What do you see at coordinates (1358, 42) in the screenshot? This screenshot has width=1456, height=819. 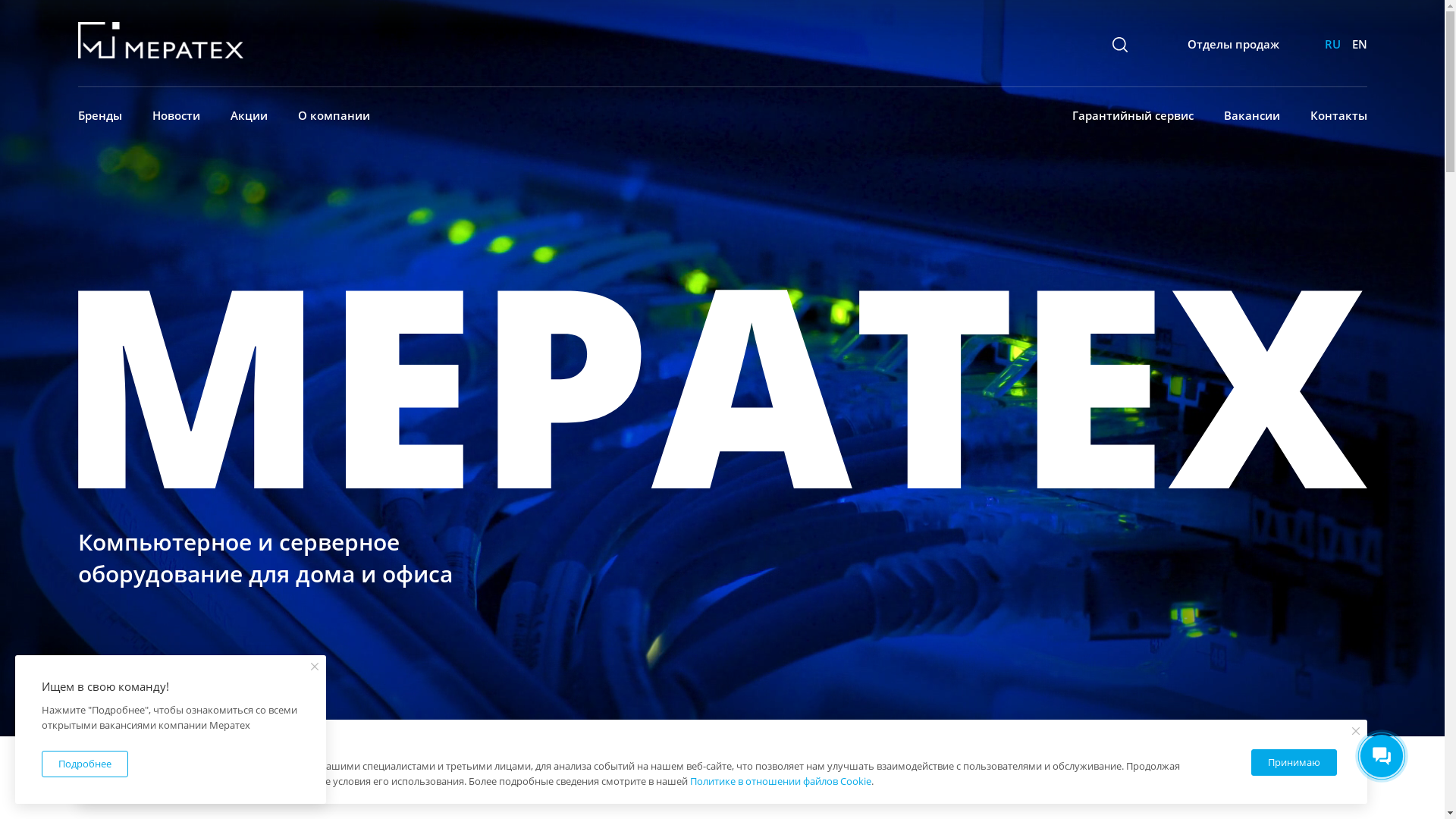 I see `'EN'` at bounding box center [1358, 42].